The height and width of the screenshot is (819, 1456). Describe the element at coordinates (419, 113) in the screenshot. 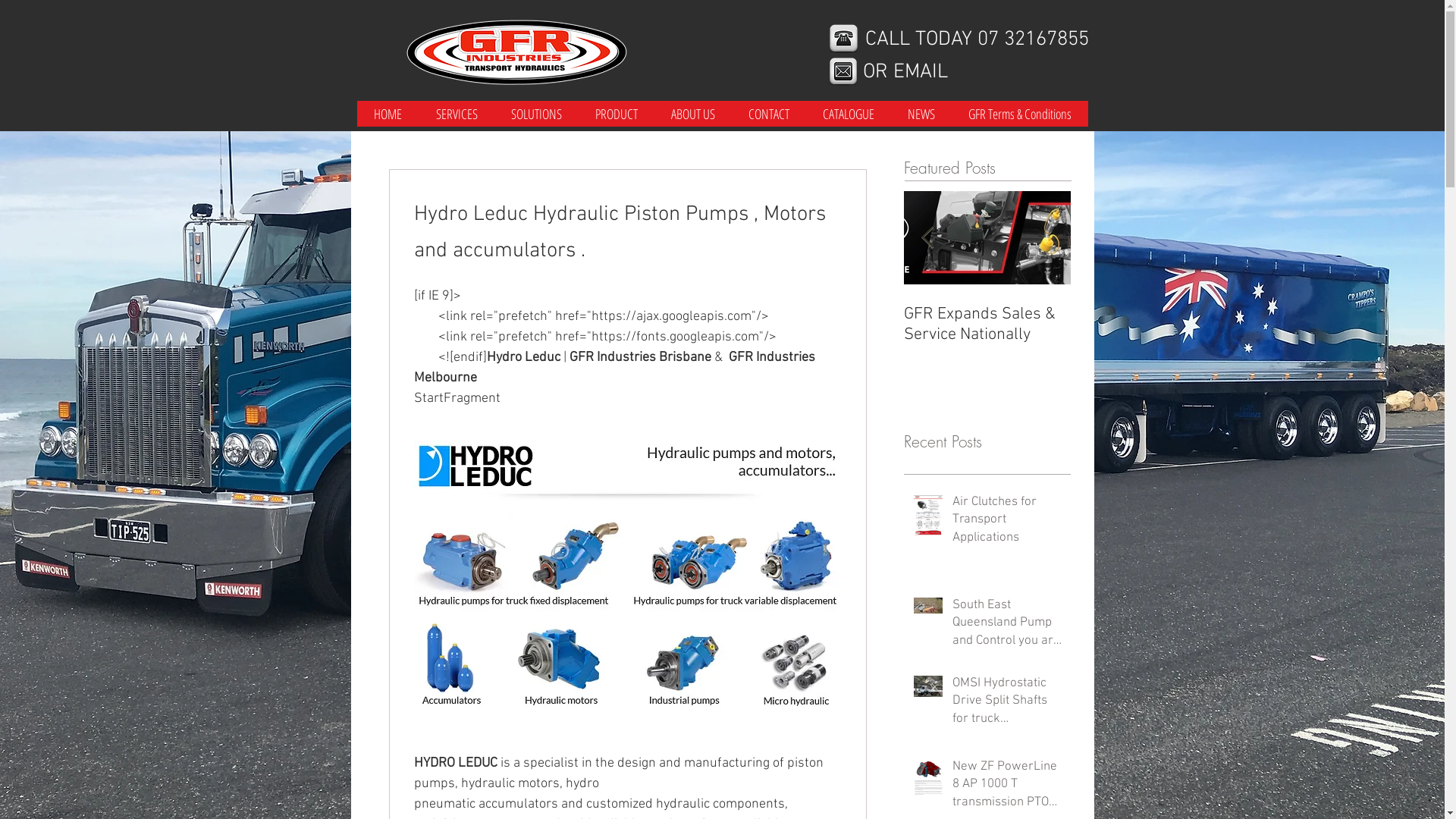

I see `'SERVICES'` at that location.